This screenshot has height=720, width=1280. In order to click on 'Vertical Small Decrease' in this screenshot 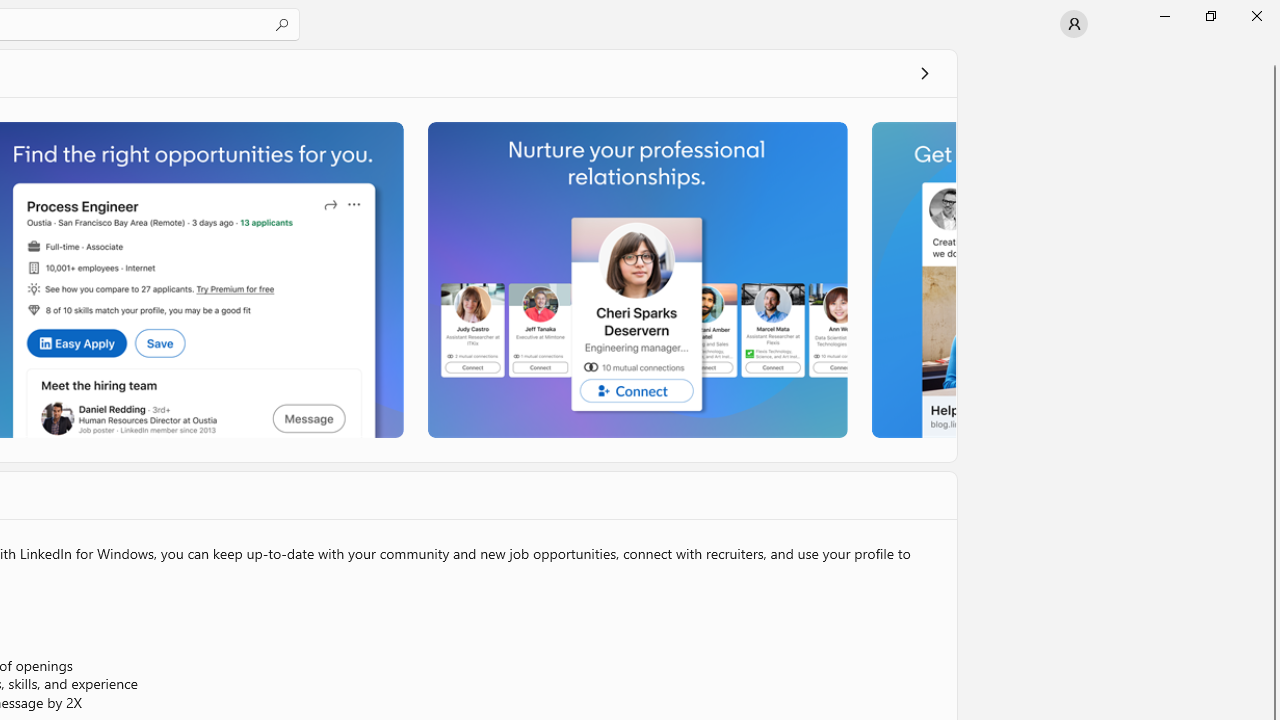, I will do `click(1271, 54)`.